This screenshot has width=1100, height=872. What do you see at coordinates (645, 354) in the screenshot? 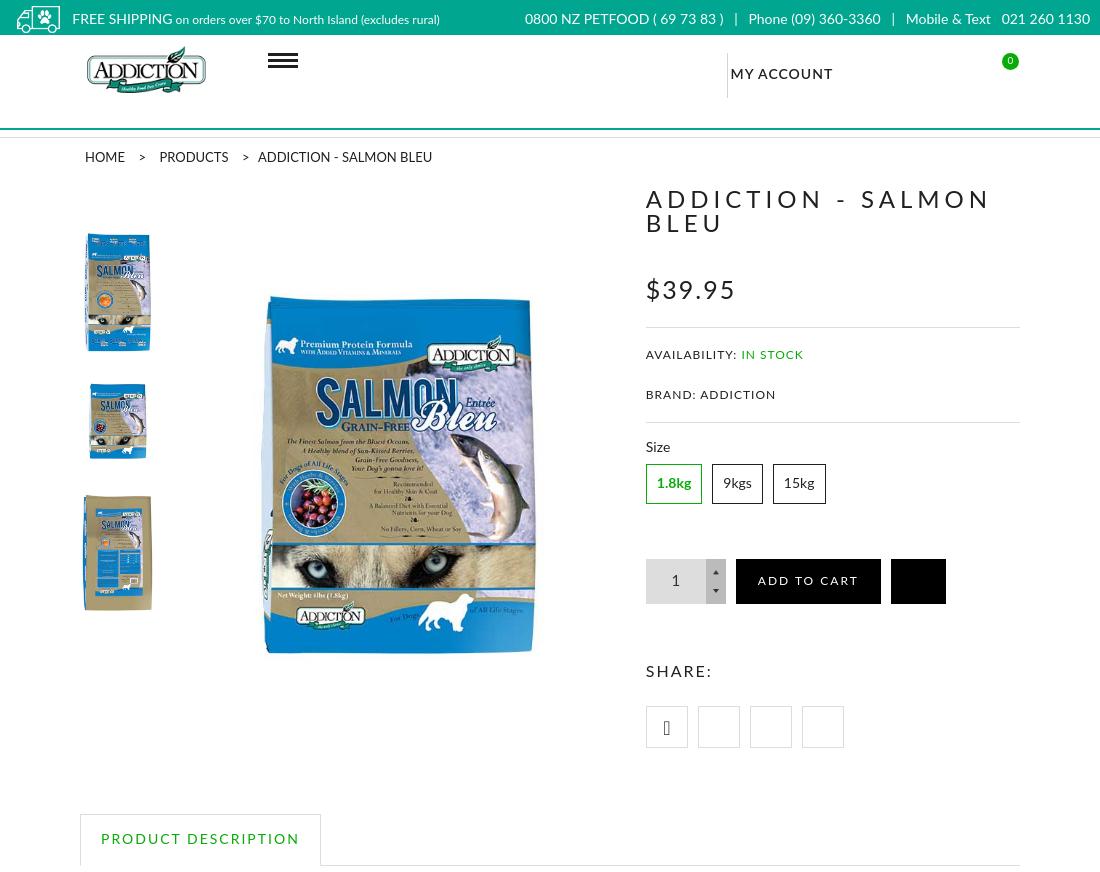
I see `'Availability:'` at bounding box center [645, 354].